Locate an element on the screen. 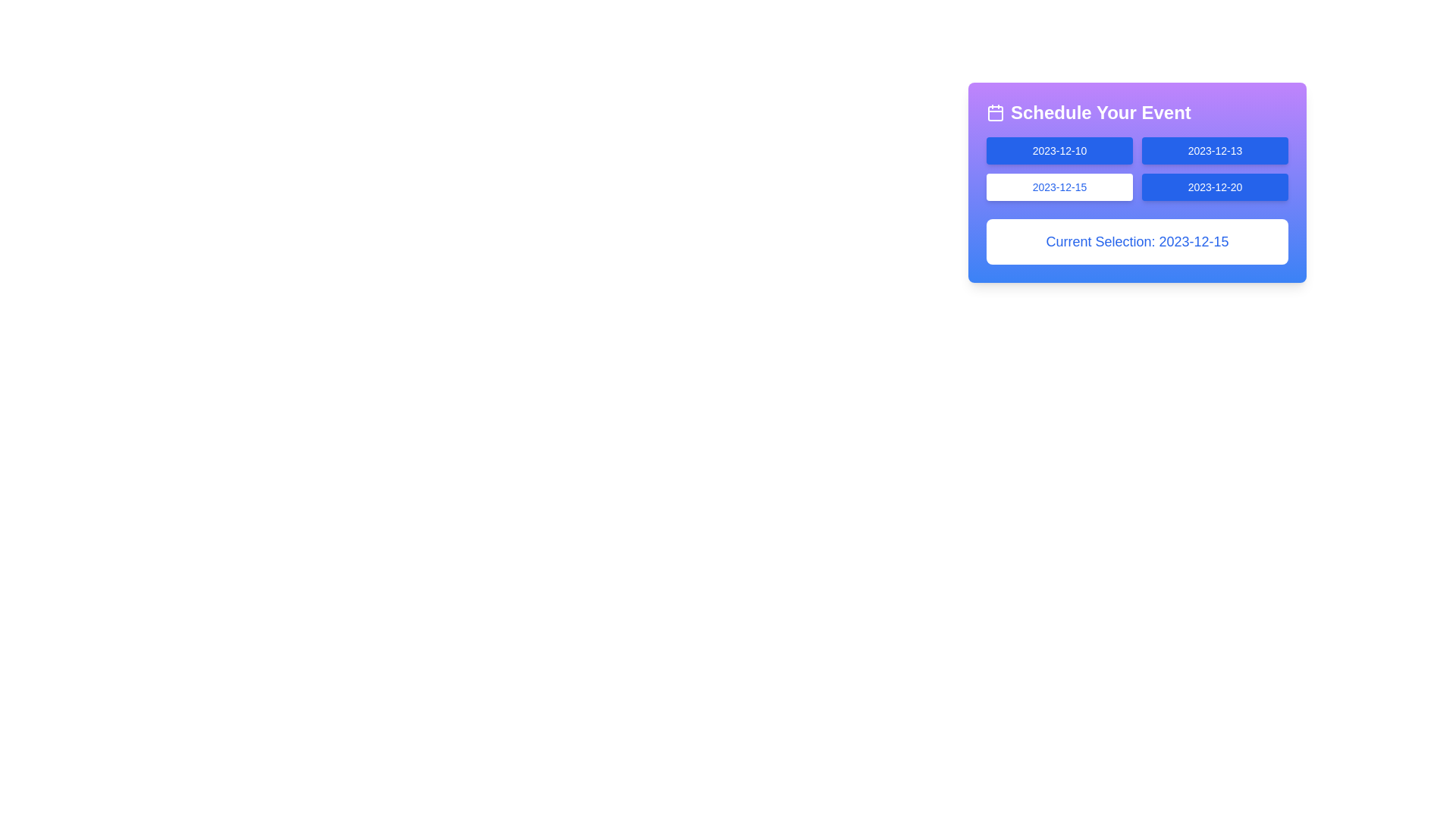 The image size is (1456, 819). the text label that displays the currently selected date, which is a read-only indicator for the user, located below the date selection buttons within the card is located at coordinates (1137, 241).